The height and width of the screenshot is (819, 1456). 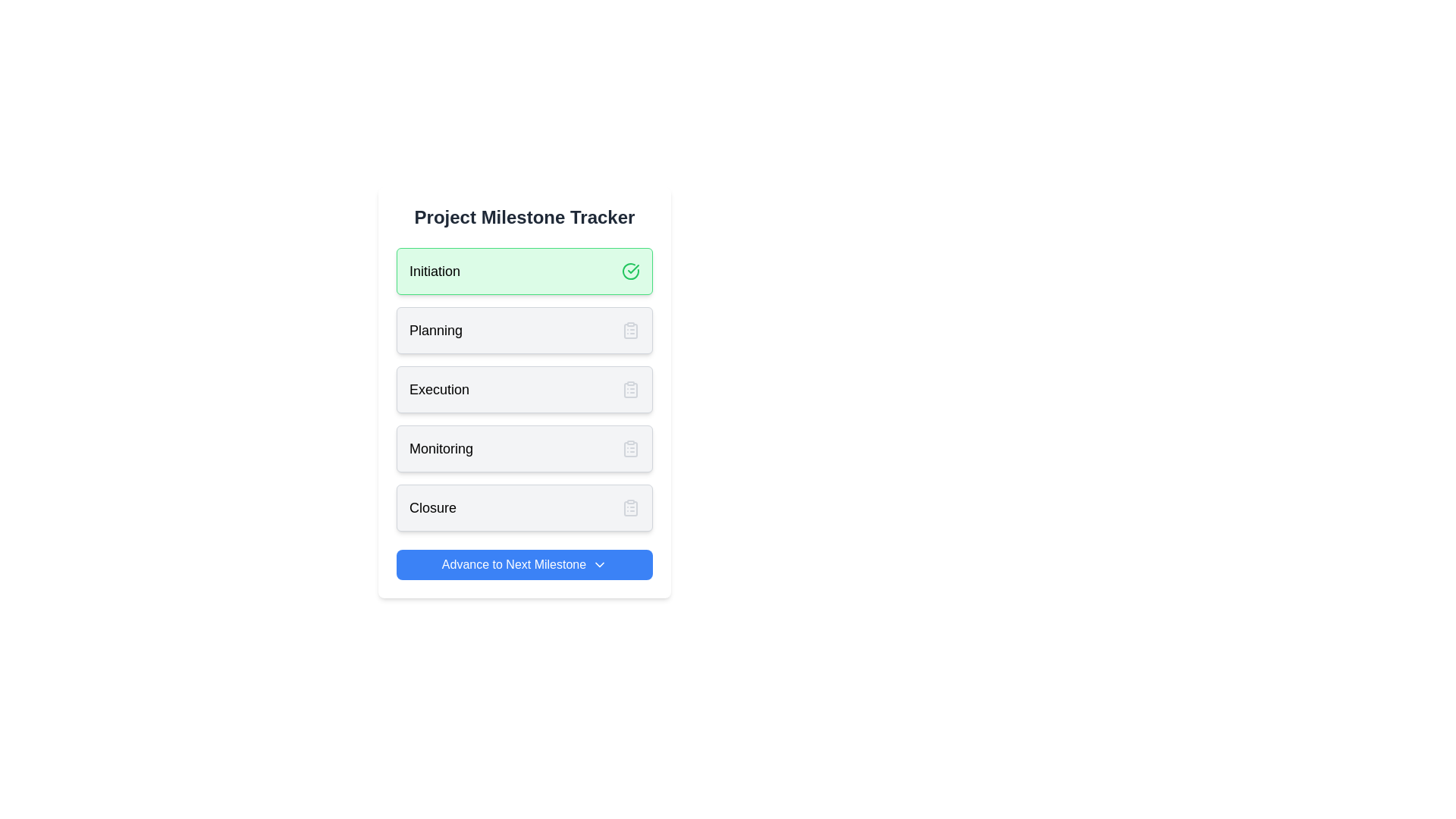 I want to click on the clipboard icon that signifies the 'Monitoring' milestone, which is the third clipboard icon in a vertical sequence, so click(x=630, y=449).